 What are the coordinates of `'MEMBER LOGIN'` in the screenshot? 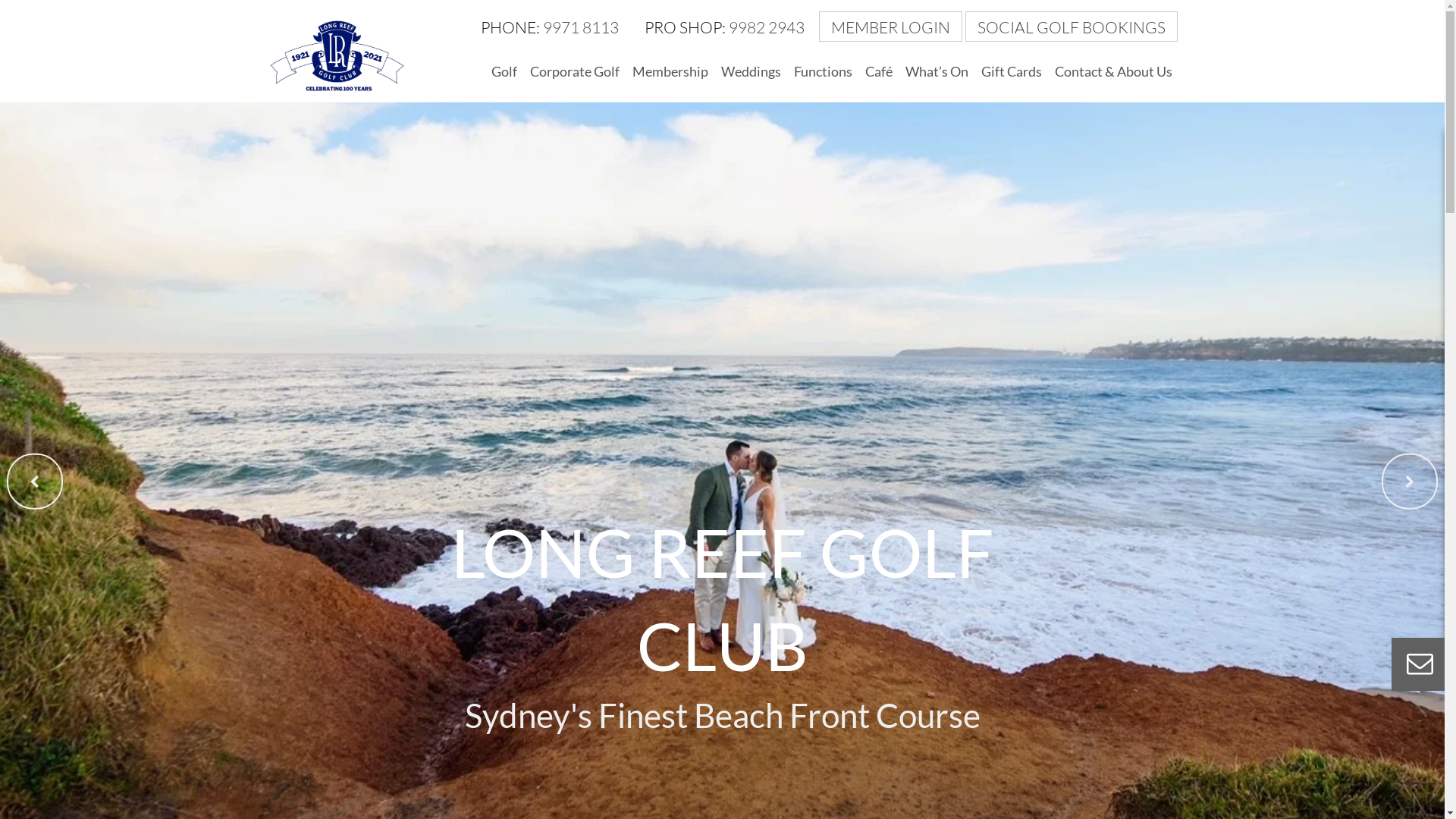 It's located at (892, 27).